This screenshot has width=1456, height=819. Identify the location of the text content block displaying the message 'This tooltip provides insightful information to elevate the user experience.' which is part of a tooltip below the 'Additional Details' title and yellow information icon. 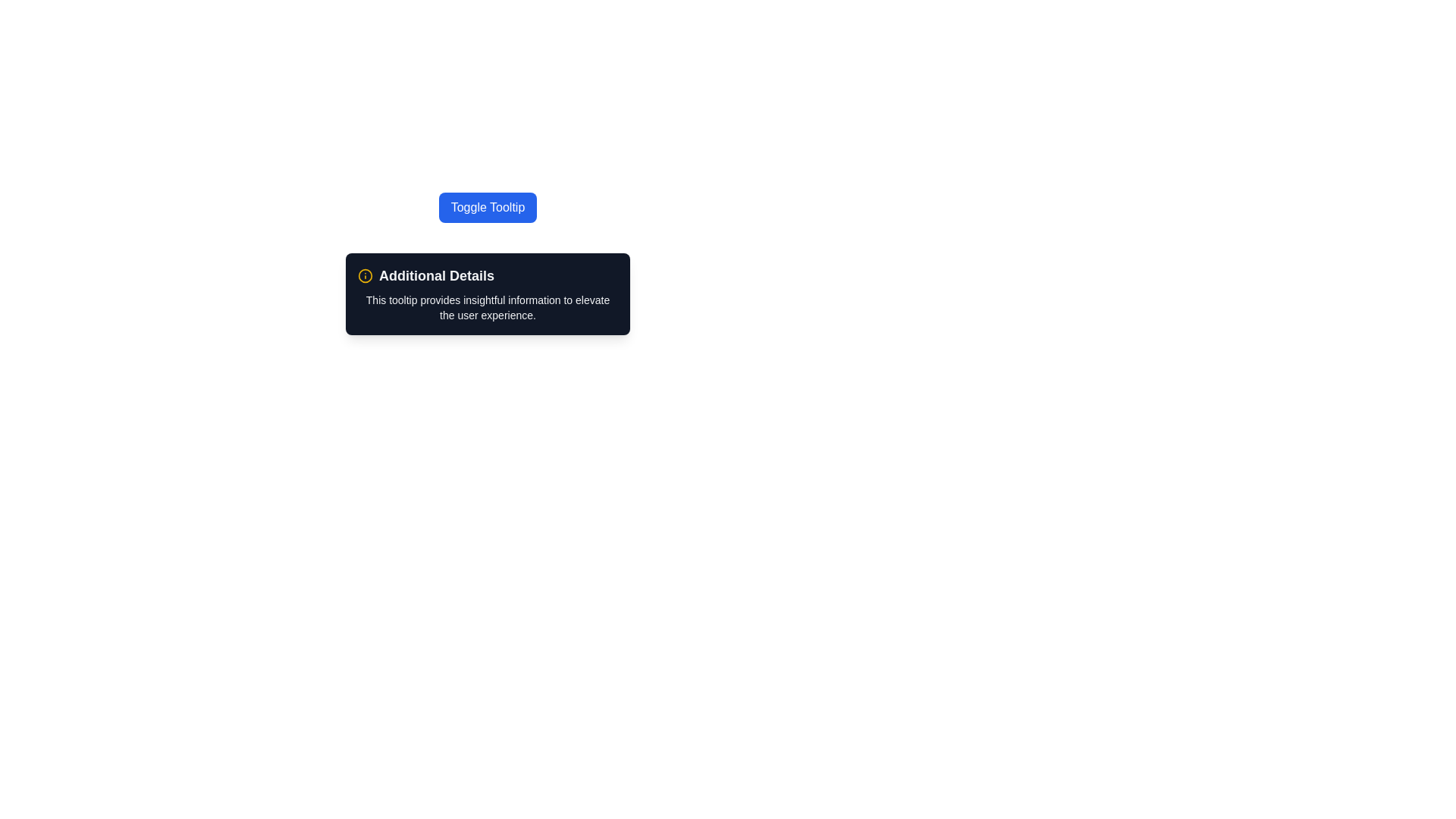
(488, 307).